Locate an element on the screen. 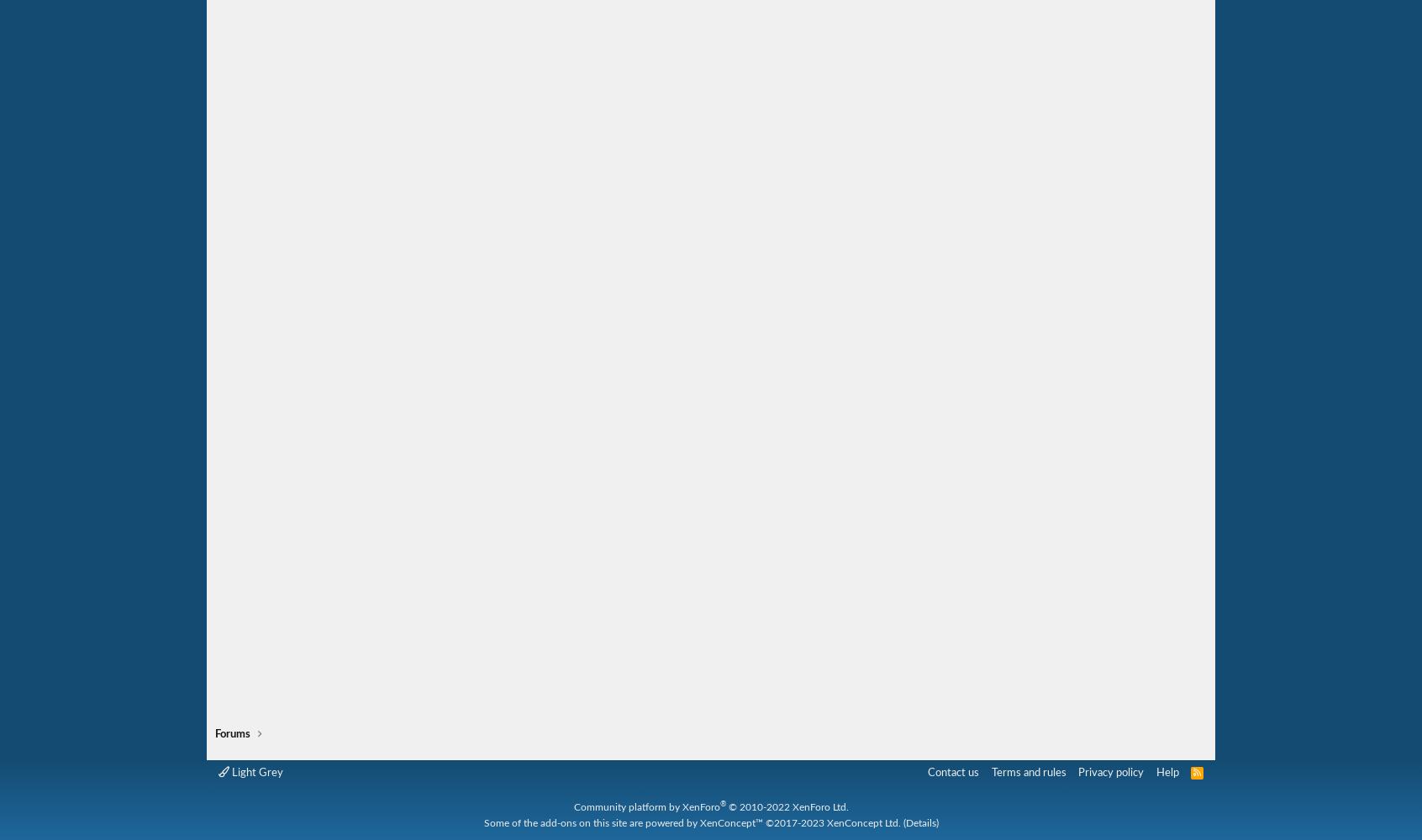  '©2017-2023' is located at coordinates (761, 822).